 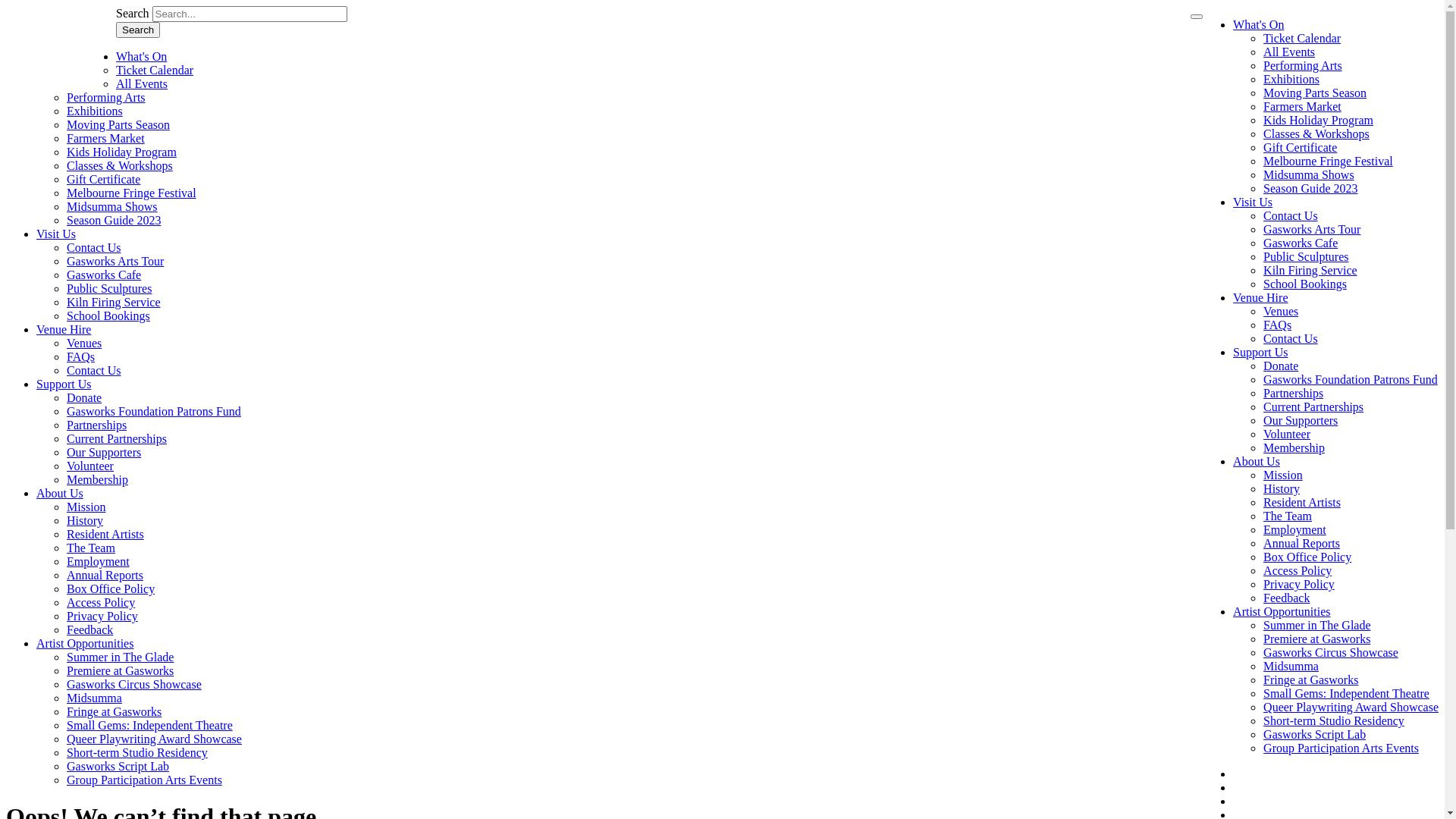 What do you see at coordinates (1341, 747) in the screenshot?
I see `'Group Participation Arts Events'` at bounding box center [1341, 747].